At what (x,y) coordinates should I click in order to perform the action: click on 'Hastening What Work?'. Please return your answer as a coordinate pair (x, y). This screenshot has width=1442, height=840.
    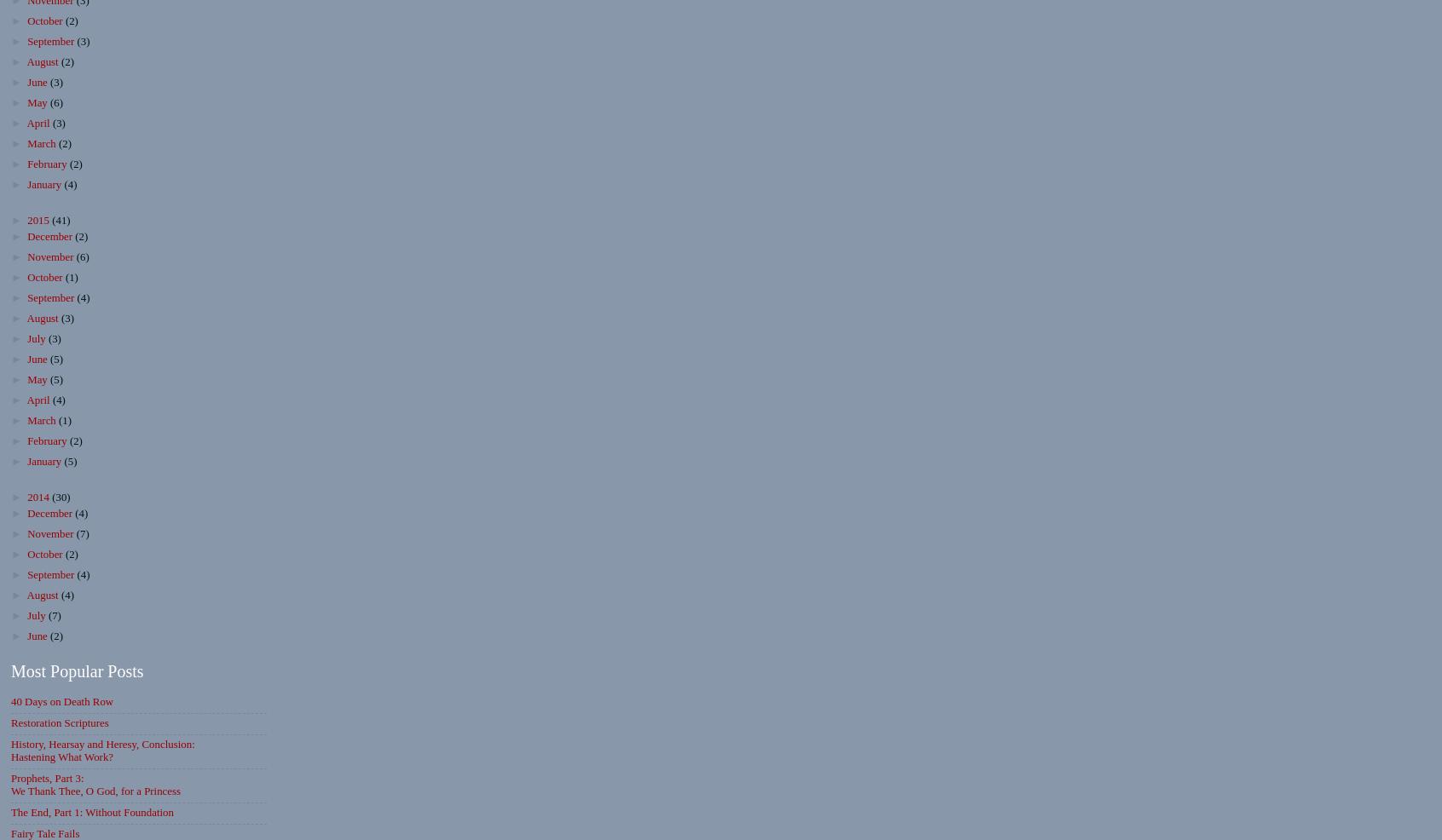
    Looking at the image, I should click on (10, 756).